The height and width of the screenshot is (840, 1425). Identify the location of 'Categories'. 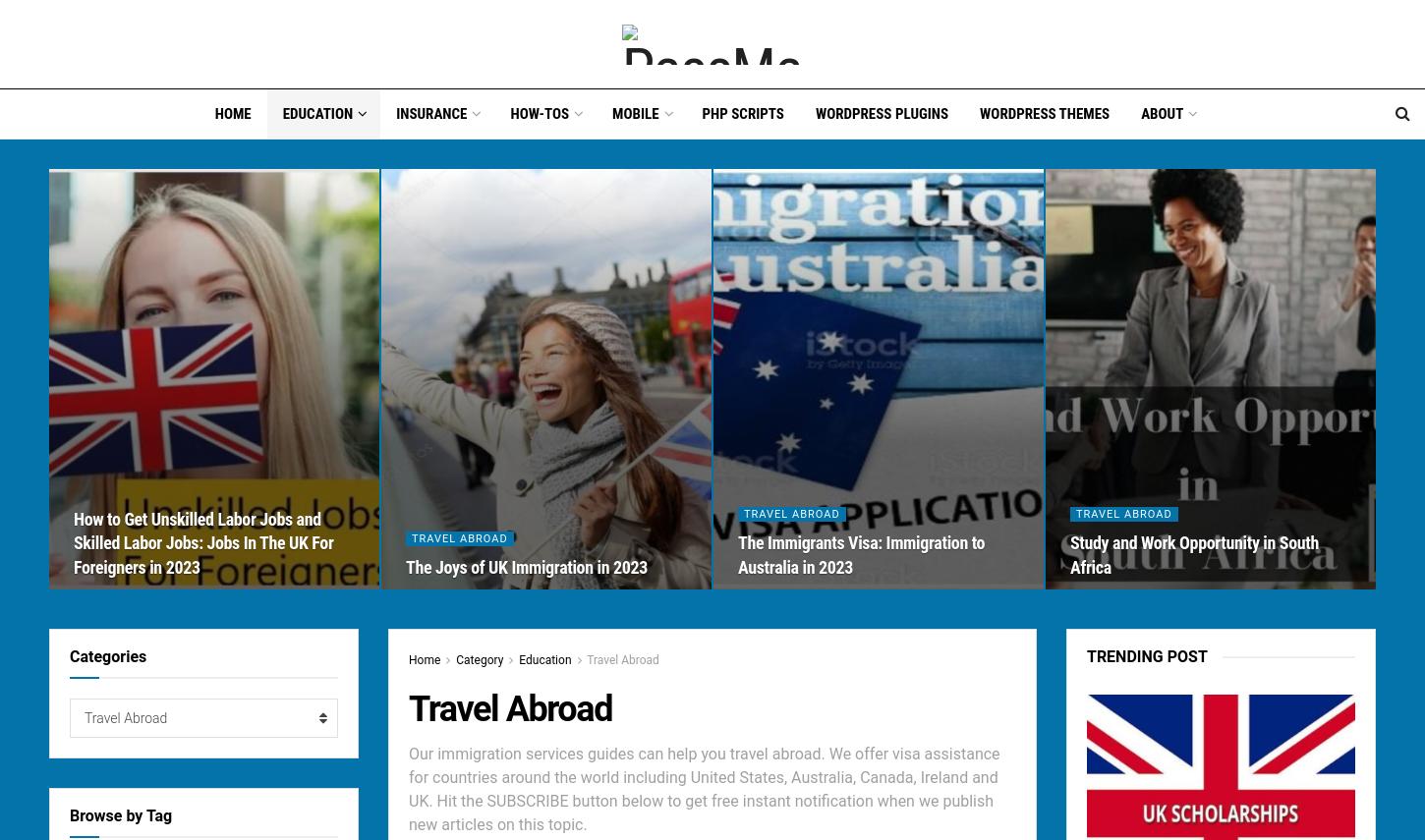
(70, 656).